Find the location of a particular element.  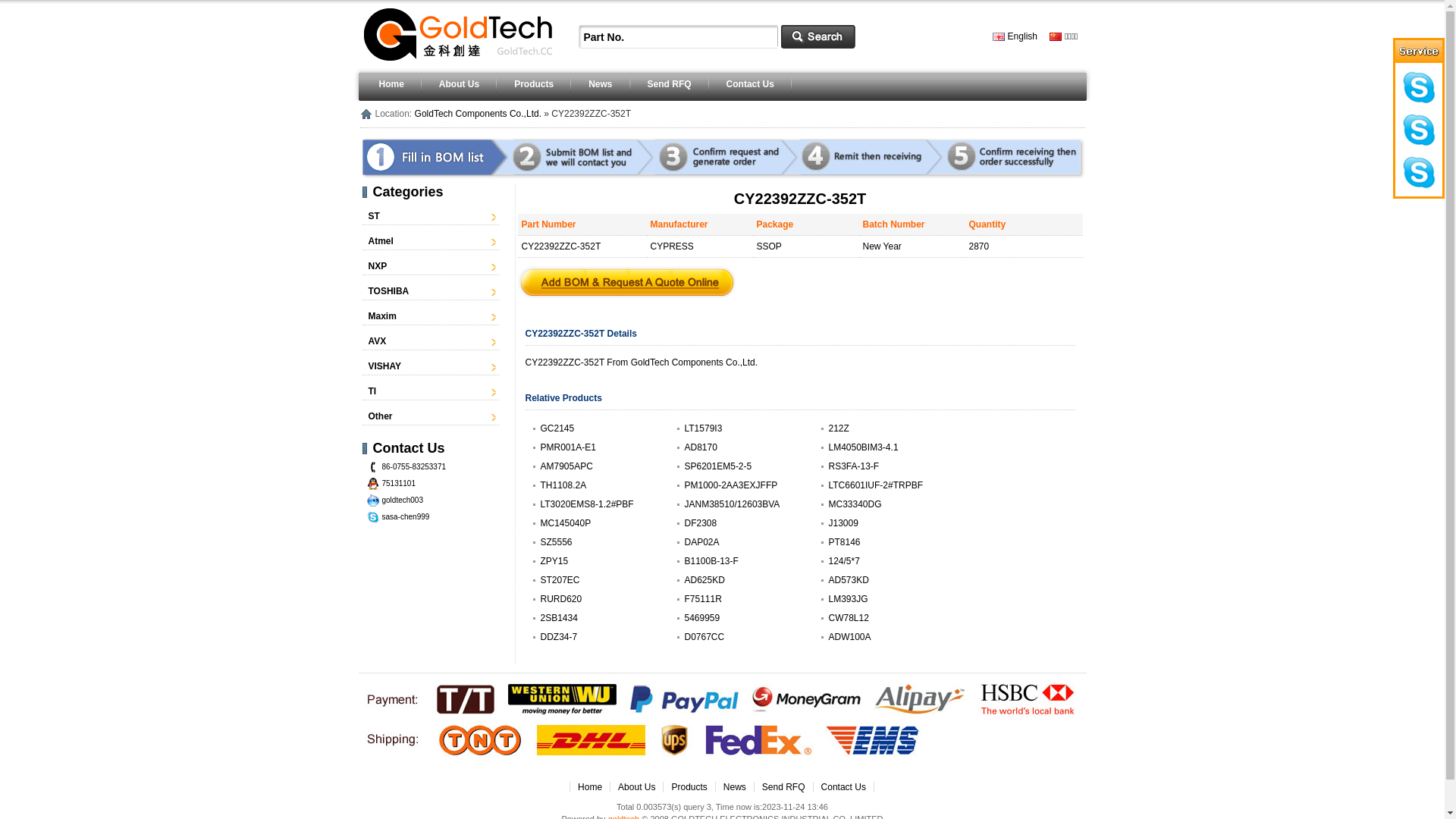

'AD573KD' is located at coordinates (827, 579).